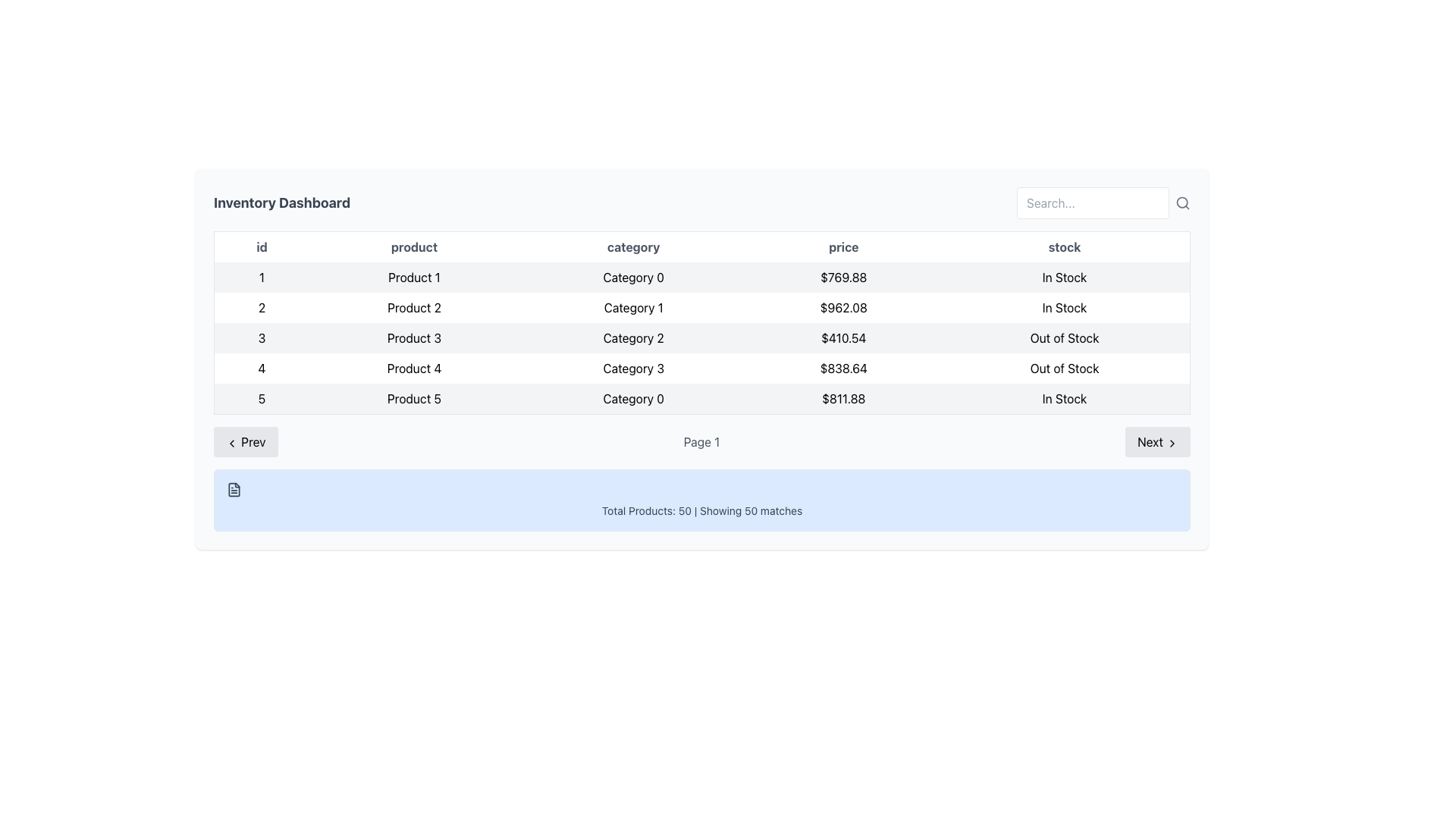  I want to click on the third table row containing product information for 'Product 3', which includes the identifier '3', the category 'Category 2', the price '$410.54', and the stock status 'Out of Stock', so click(701, 337).